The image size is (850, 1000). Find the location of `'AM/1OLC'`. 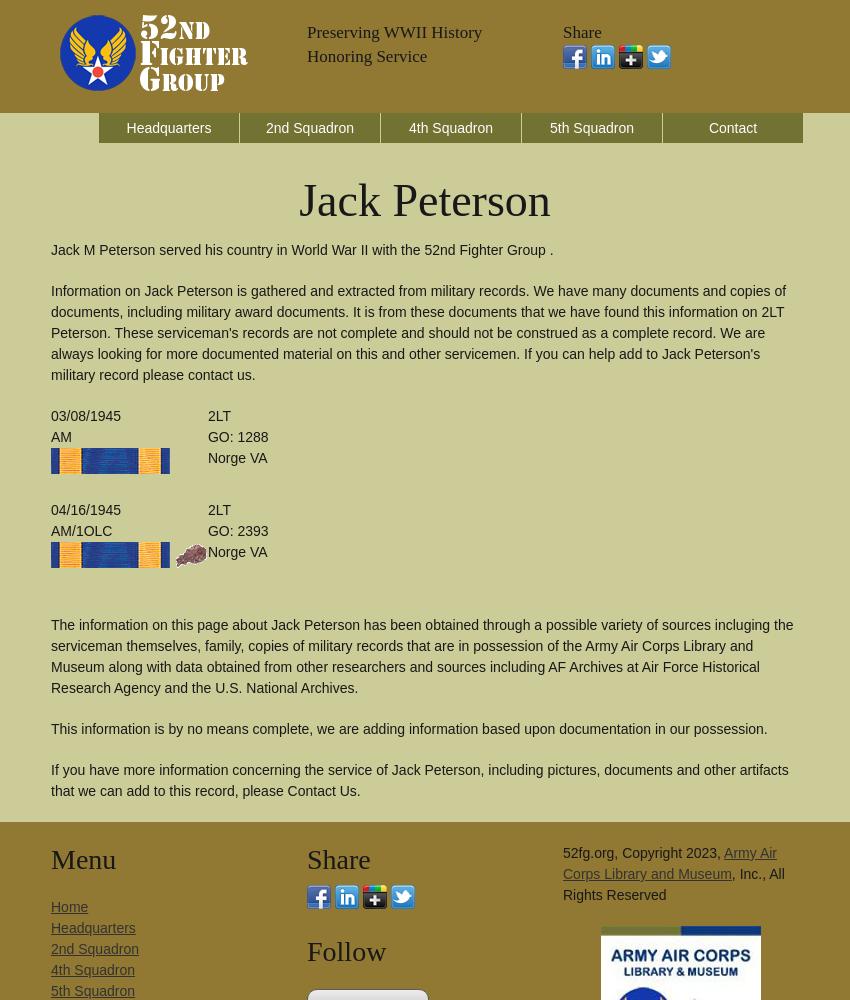

'AM/1OLC' is located at coordinates (81, 531).